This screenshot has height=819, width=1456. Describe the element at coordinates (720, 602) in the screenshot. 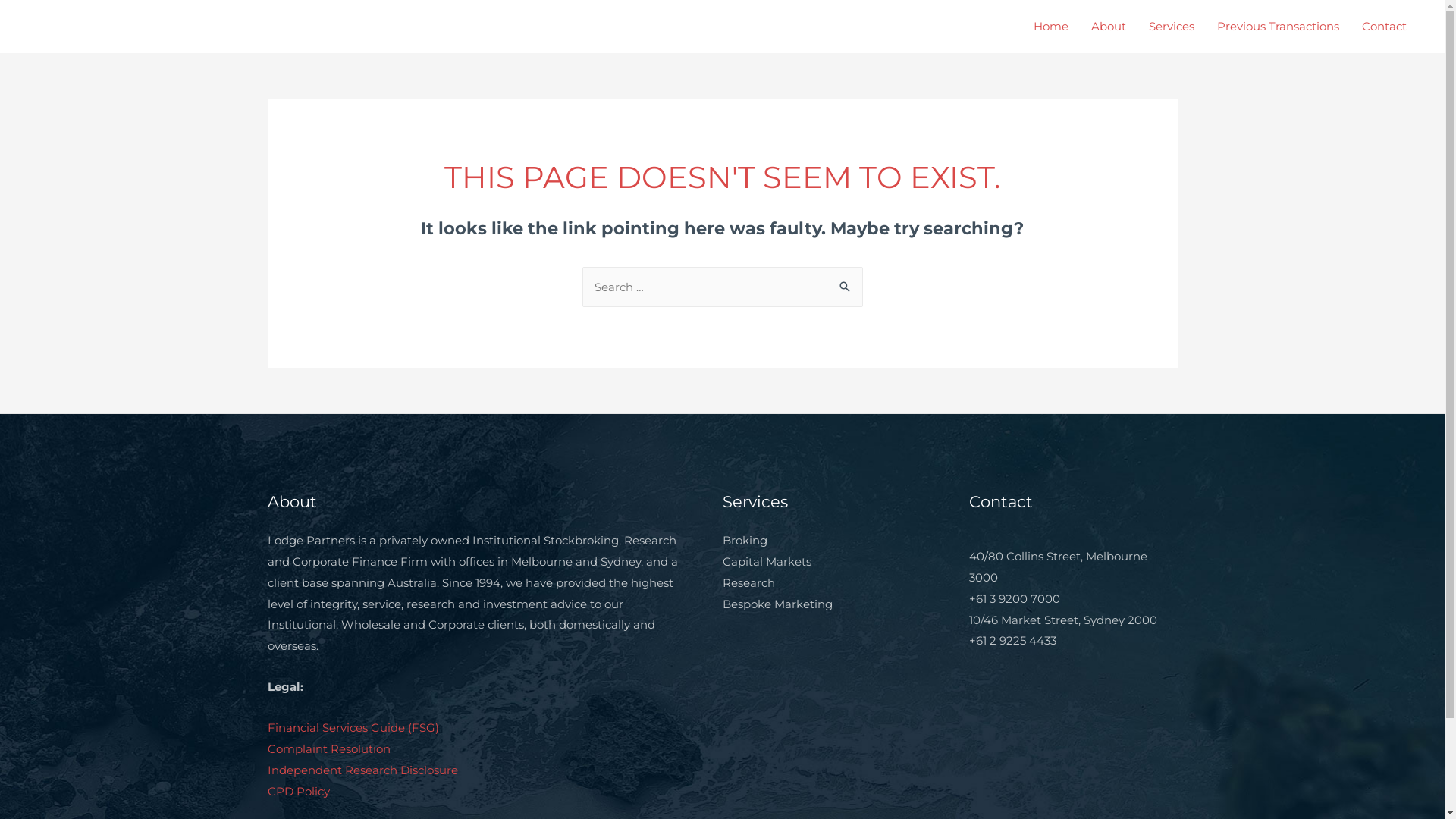

I see `'Bespoke Marketing'` at that location.